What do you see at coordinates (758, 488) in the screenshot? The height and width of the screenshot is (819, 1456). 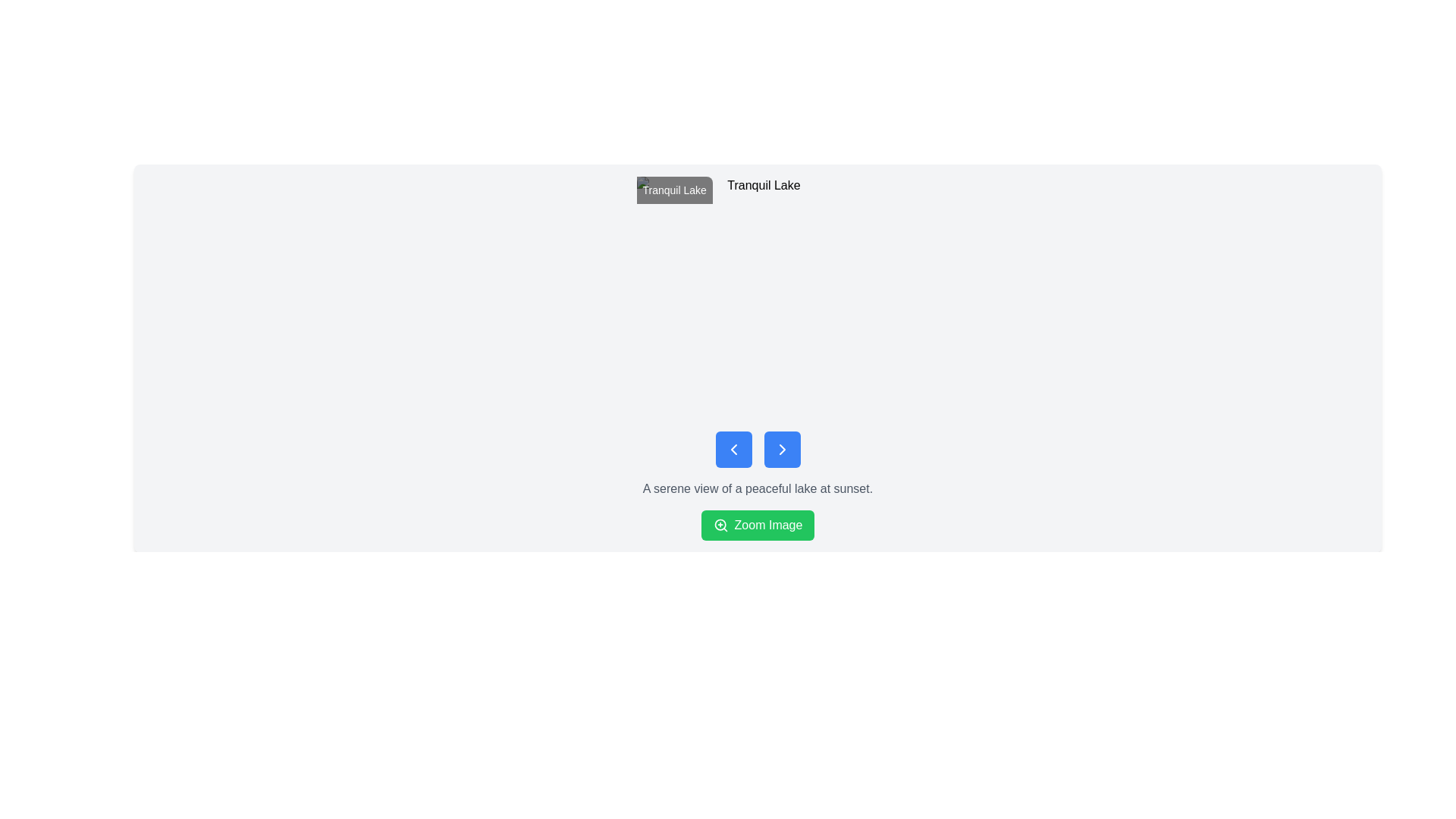 I see `descriptive text label that provides information about the image or module it describes, positioned beneath the blue navigation buttons and above the 'Zoom Image' button` at bounding box center [758, 488].